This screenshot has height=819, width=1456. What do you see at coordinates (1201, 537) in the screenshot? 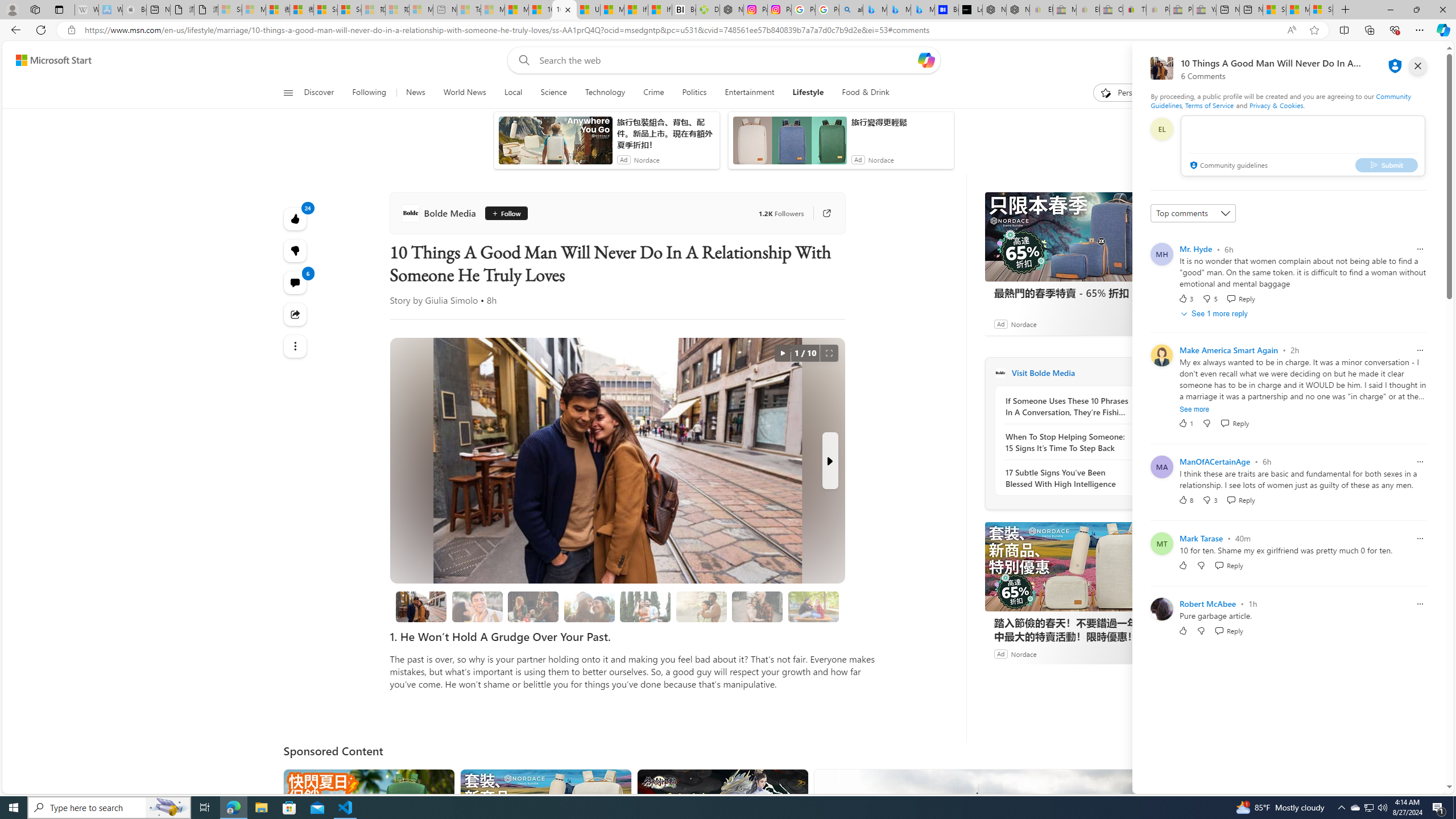
I see `'Mark Tarase'` at bounding box center [1201, 537].